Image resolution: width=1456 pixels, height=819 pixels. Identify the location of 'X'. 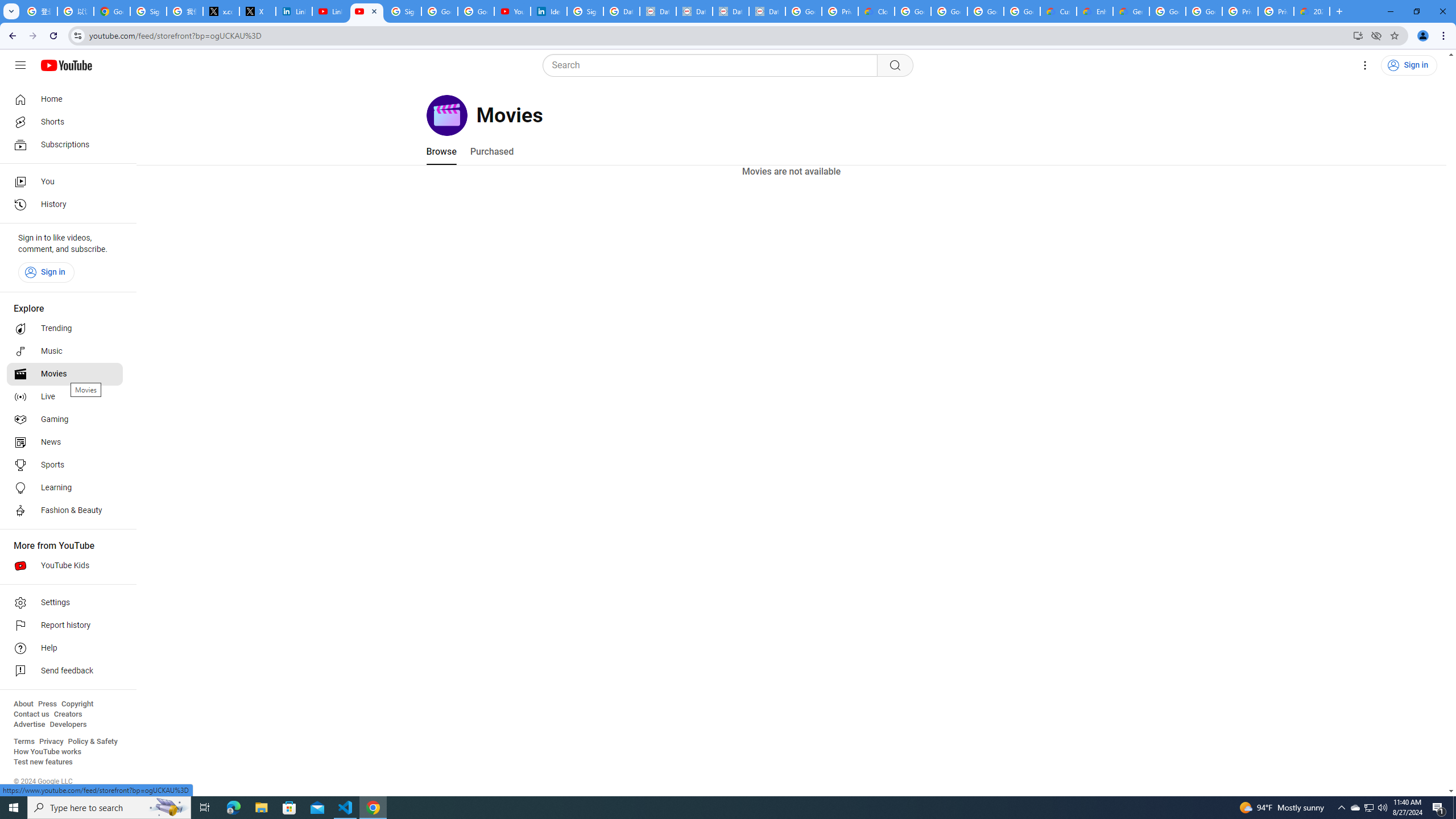
(257, 11).